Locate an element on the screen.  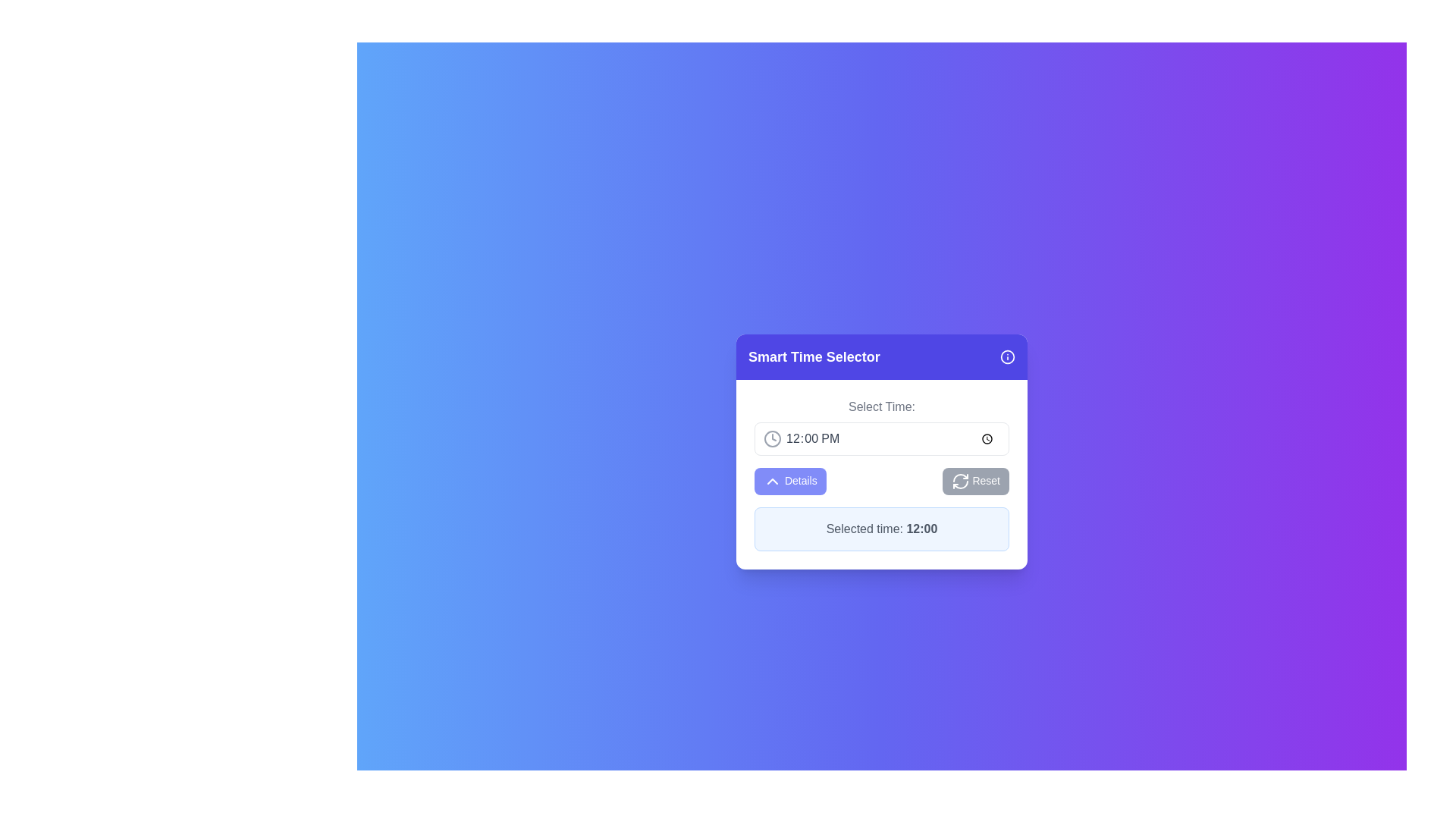
the circular arrow icon within the 'Reset' button, which is styled with a gray fill and is associated with a refresh action is located at coordinates (959, 482).